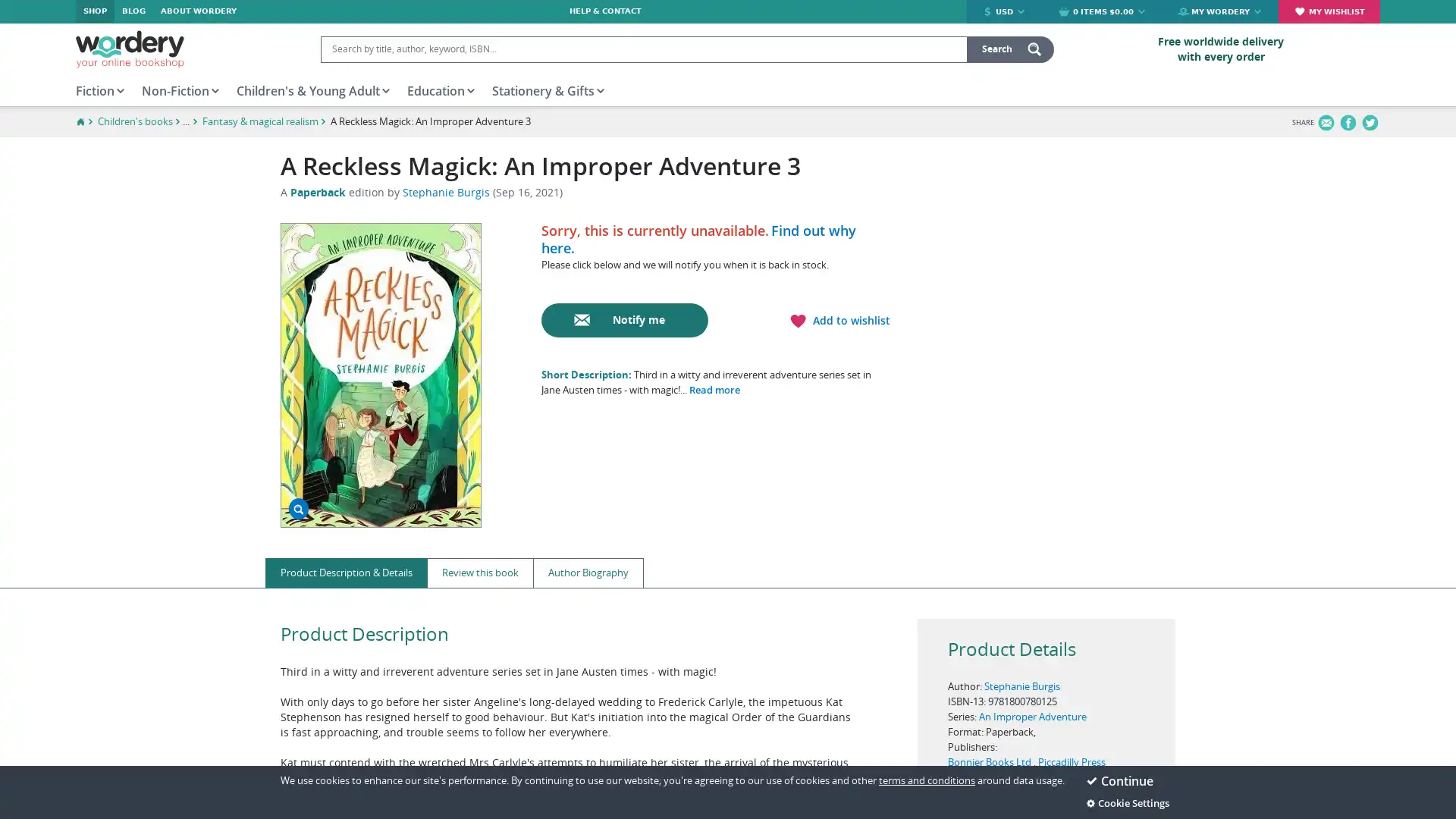 The width and height of the screenshot is (1456, 819). I want to click on search, so click(1010, 48).